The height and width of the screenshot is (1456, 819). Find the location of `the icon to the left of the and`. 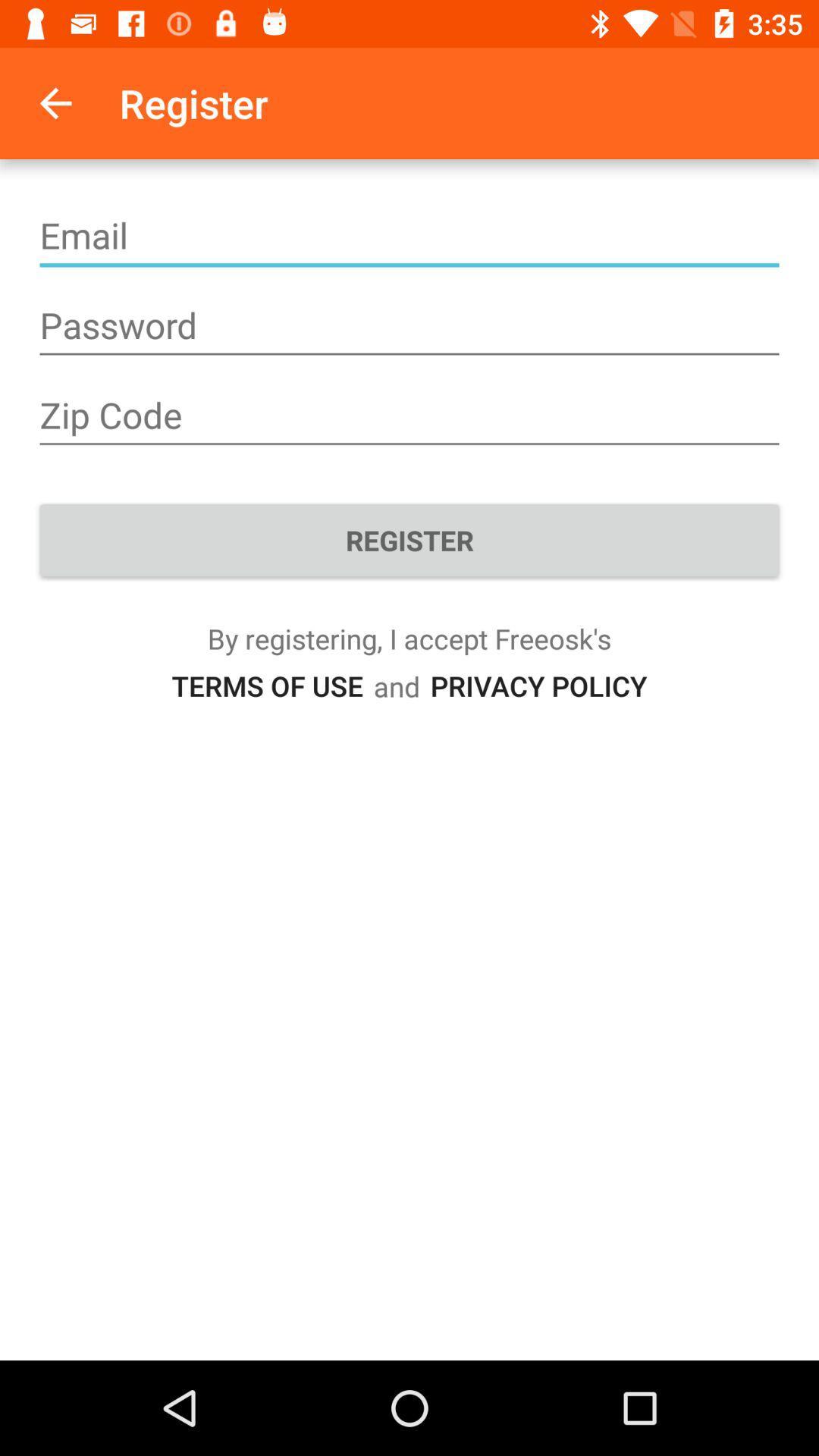

the icon to the left of the and is located at coordinates (266, 685).